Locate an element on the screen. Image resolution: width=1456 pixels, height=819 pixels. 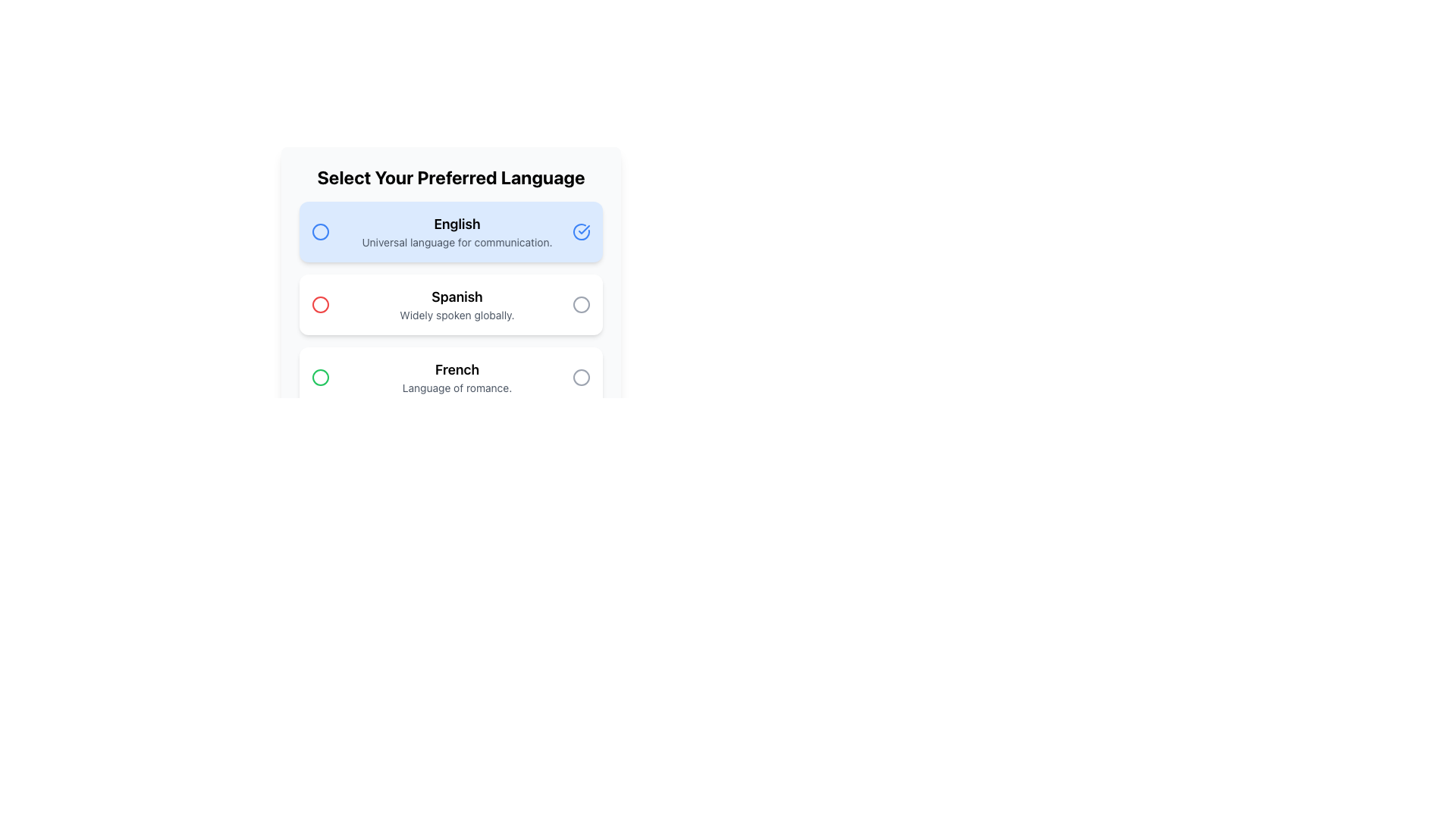
the text label displaying 'Universal language for communication.' which is styled in a lighter gray color and positioned directly below the 'English' text is located at coordinates (457, 242).